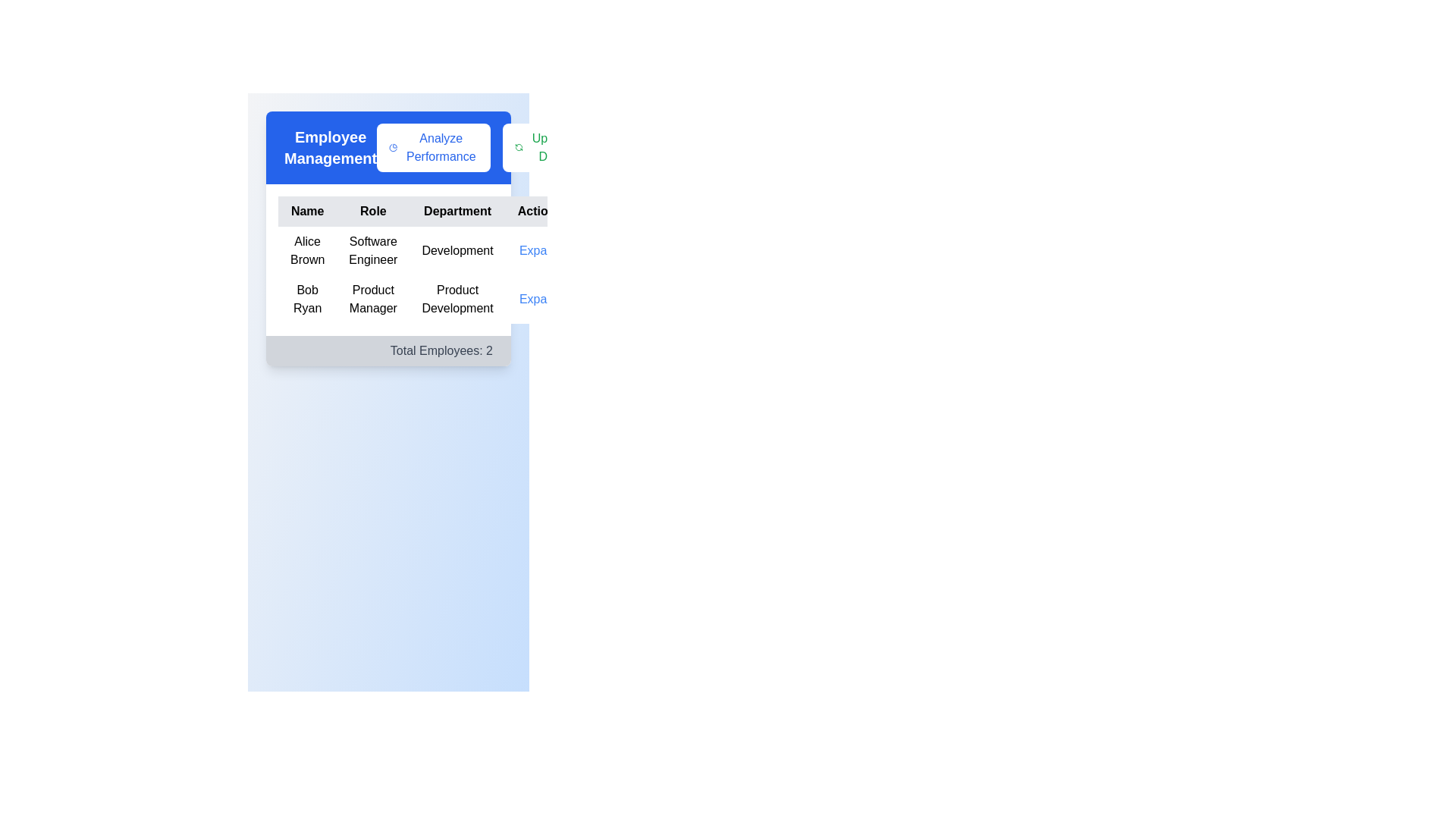  Describe the element at coordinates (425, 250) in the screenshot. I see `on the first row of the table that contains details about an individual, including their name, role, department, and associated action` at that location.